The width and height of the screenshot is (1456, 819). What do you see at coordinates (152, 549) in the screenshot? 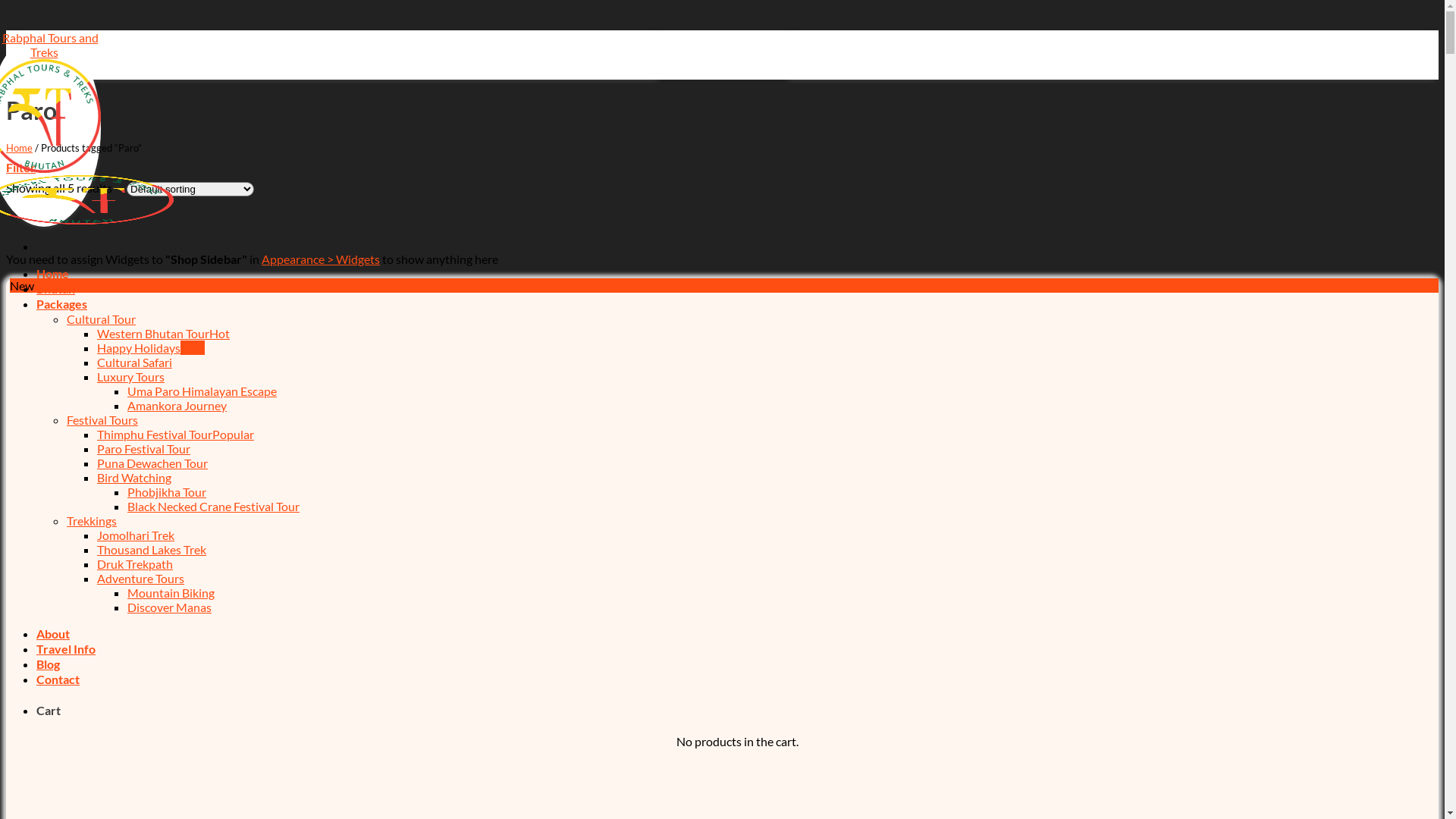
I see `'Thousand Lakes Trek'` at bounding box center [152, 549].